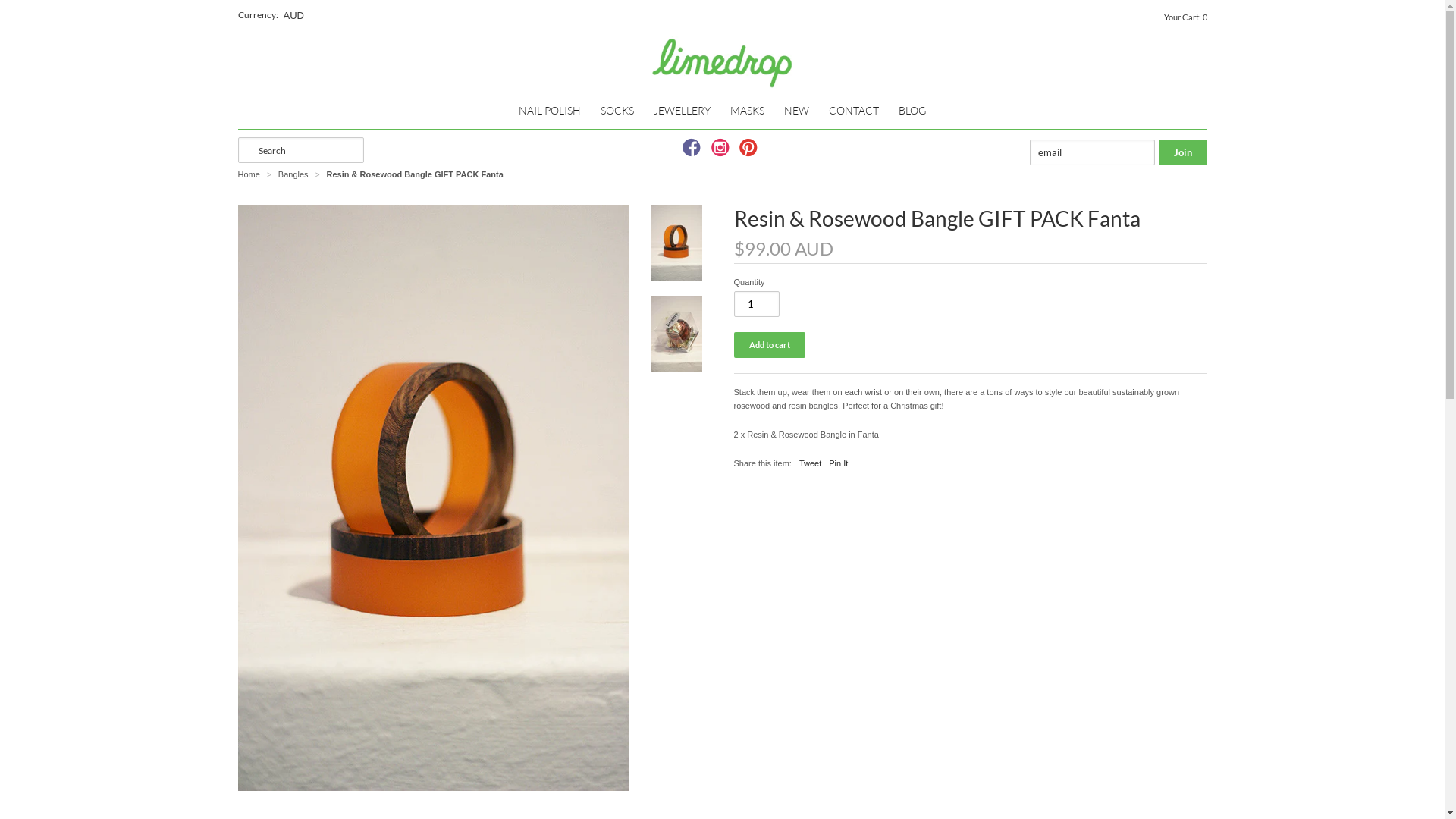  What do you see at coordinates (617, 110) in the screenshot?
I see `'SOCKS'` at bounding box center [617, 110].